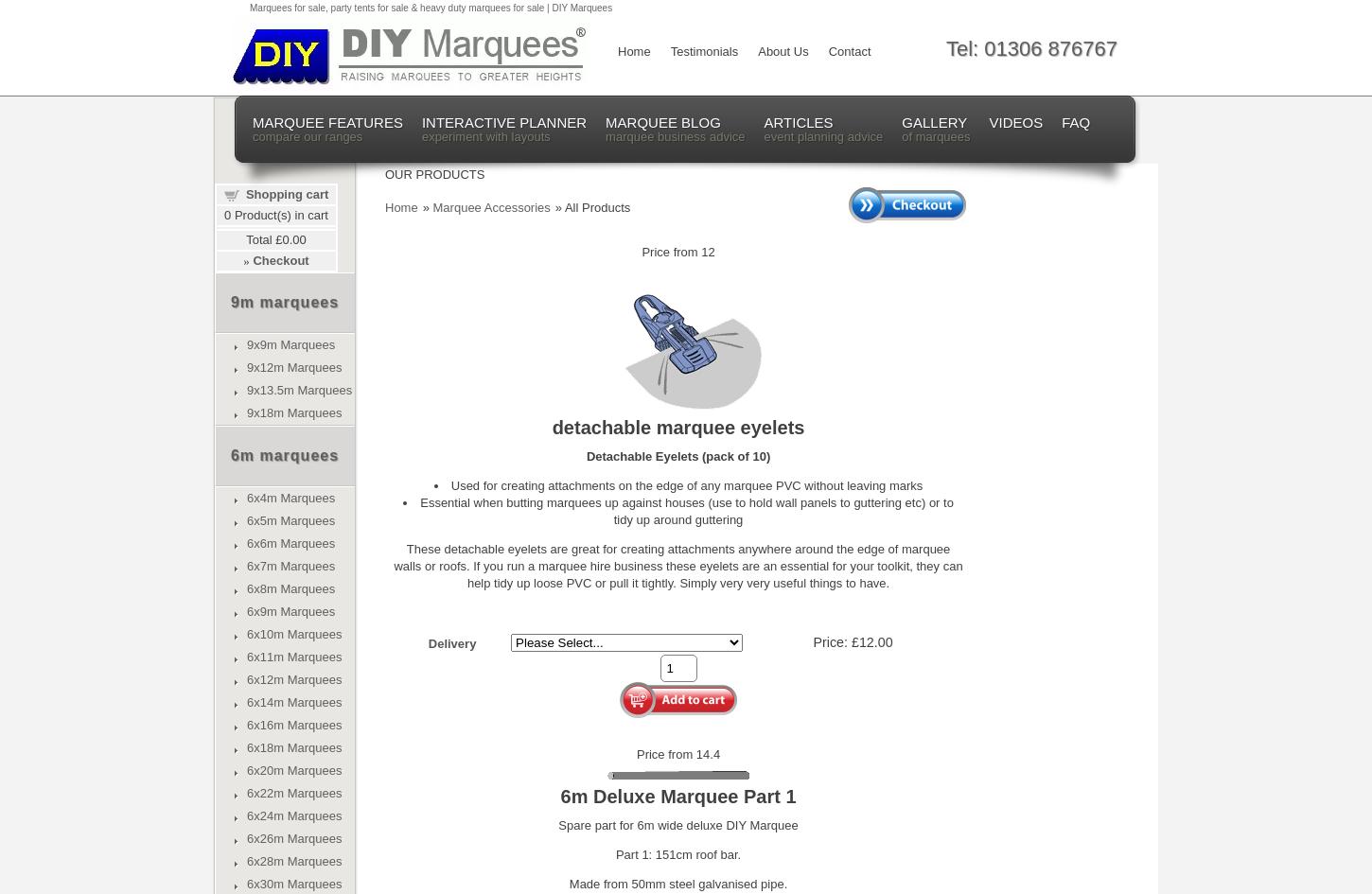  Describe the element at coordinates (284, 454) in the screenshot. I see `'6m marquees'` at that location.